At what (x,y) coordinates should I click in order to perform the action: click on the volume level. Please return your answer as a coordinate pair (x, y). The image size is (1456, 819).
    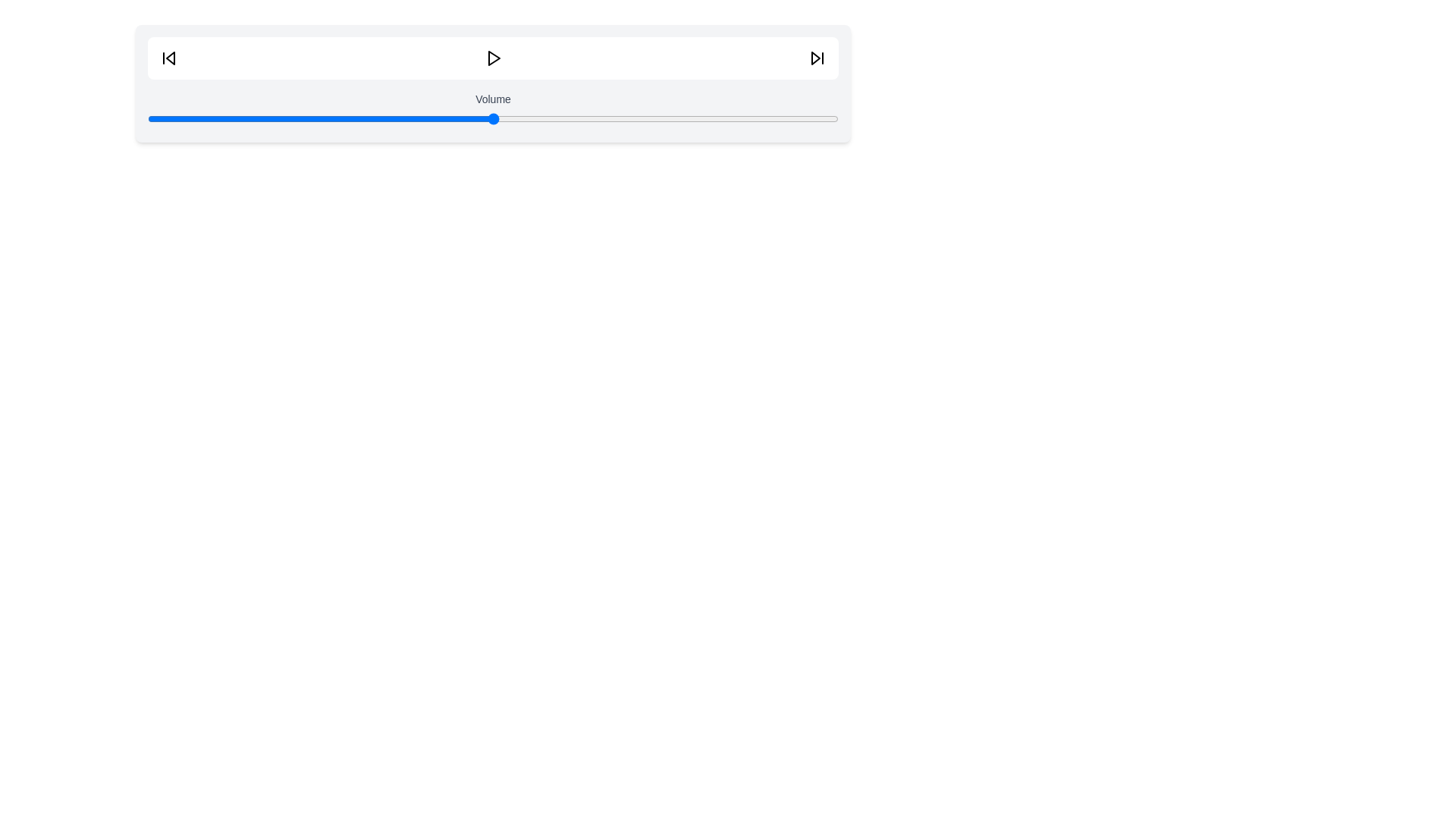
    Looking at the image, I should click on (561, 118).